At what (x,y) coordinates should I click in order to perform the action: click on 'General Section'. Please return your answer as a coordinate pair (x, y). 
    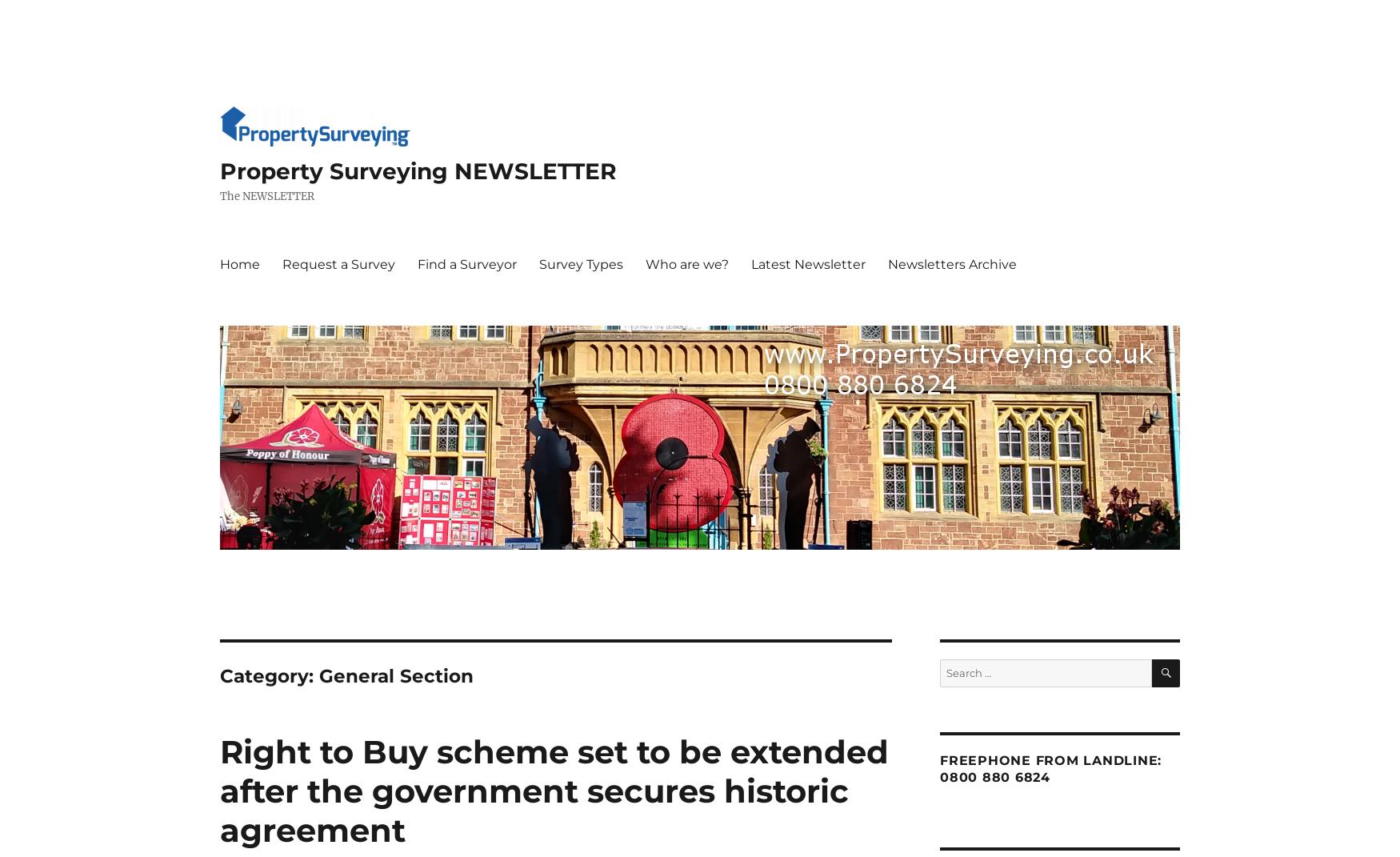
    Looking at the image, I should click on (396, 676).